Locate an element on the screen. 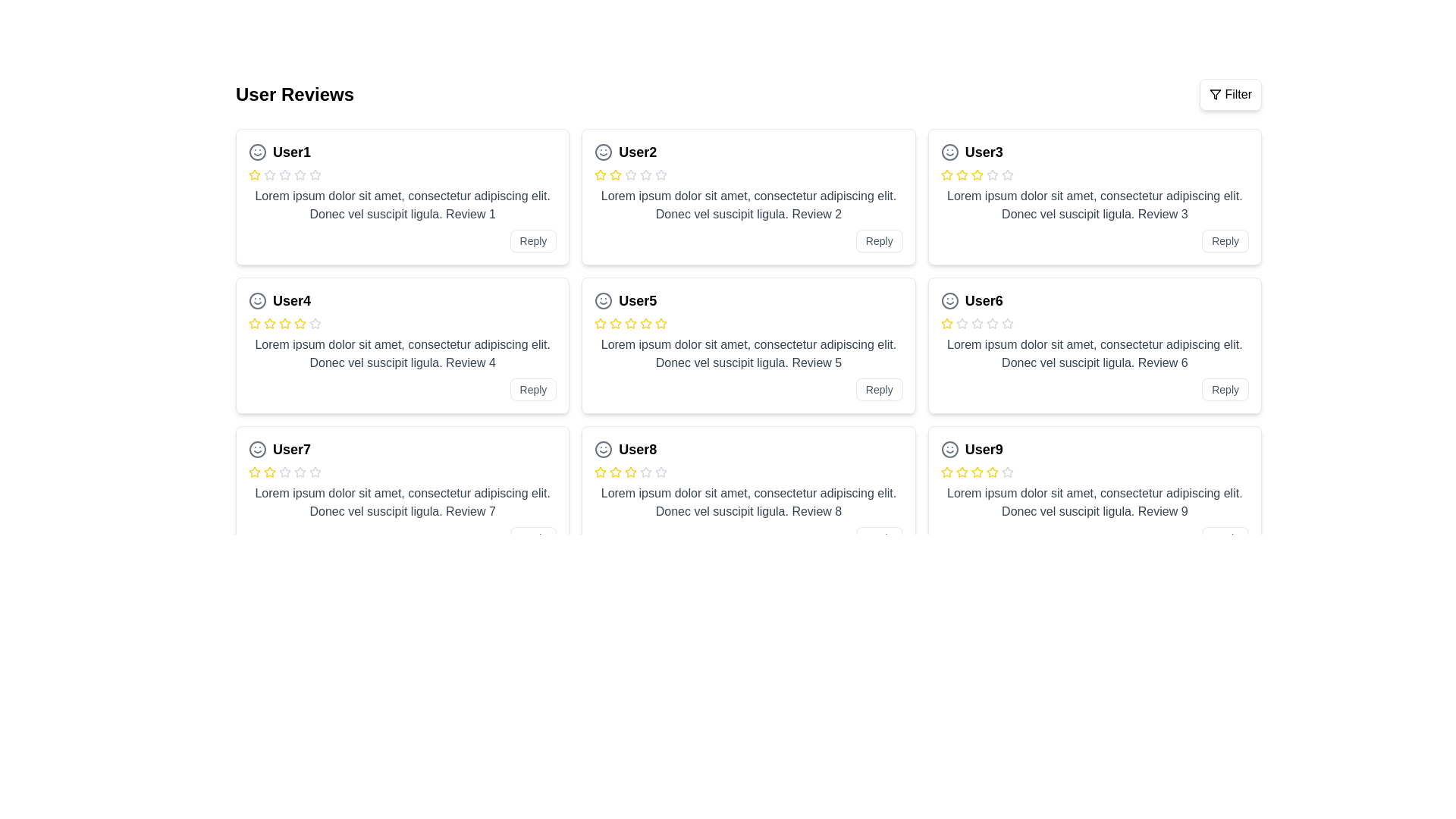  the first star icon in the rating system for User1's review, which has a gray outline is located at coordinates (269, 174).